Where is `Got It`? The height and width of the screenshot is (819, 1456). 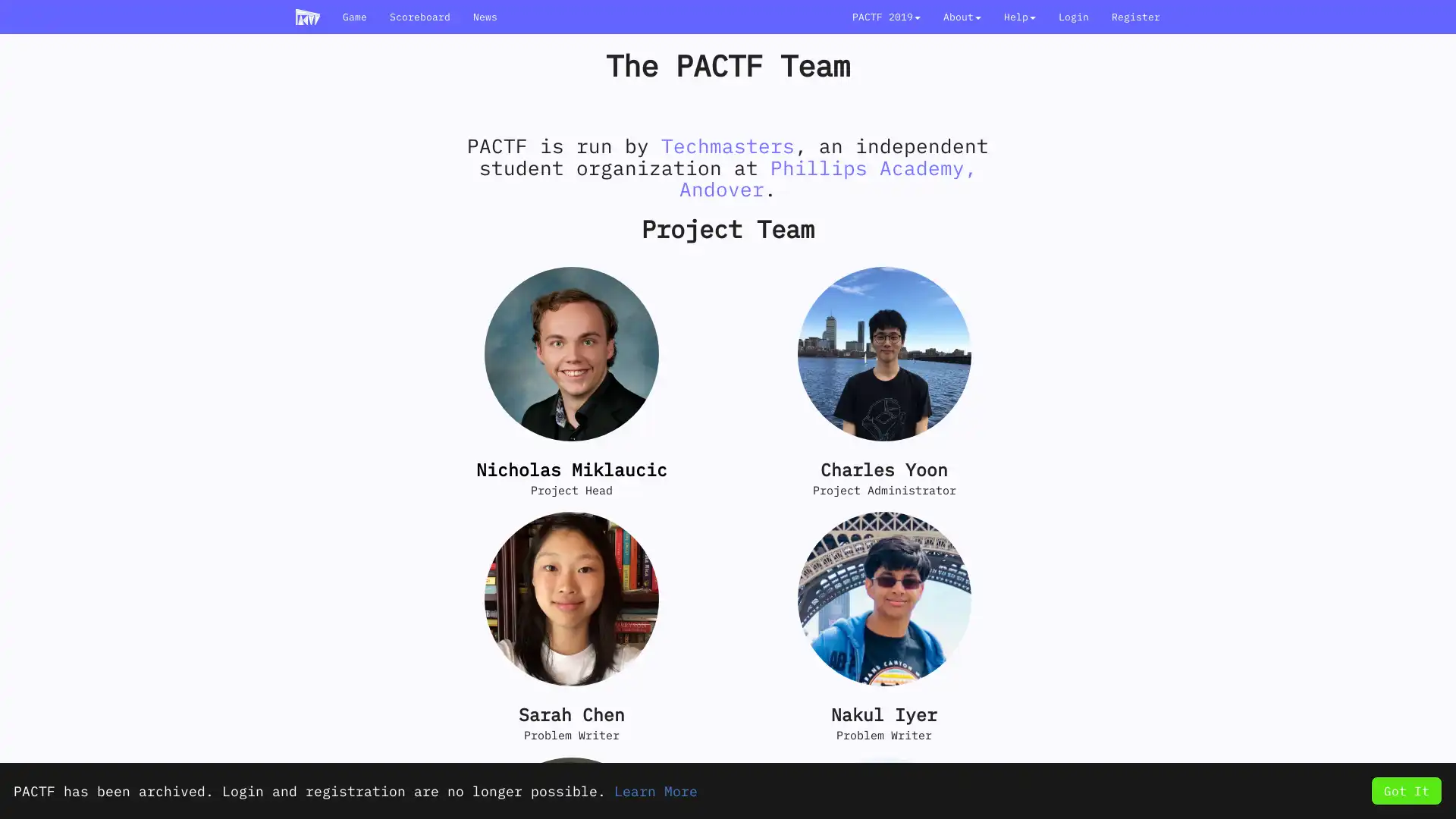 Got It is located at coordinates (1405, 789).